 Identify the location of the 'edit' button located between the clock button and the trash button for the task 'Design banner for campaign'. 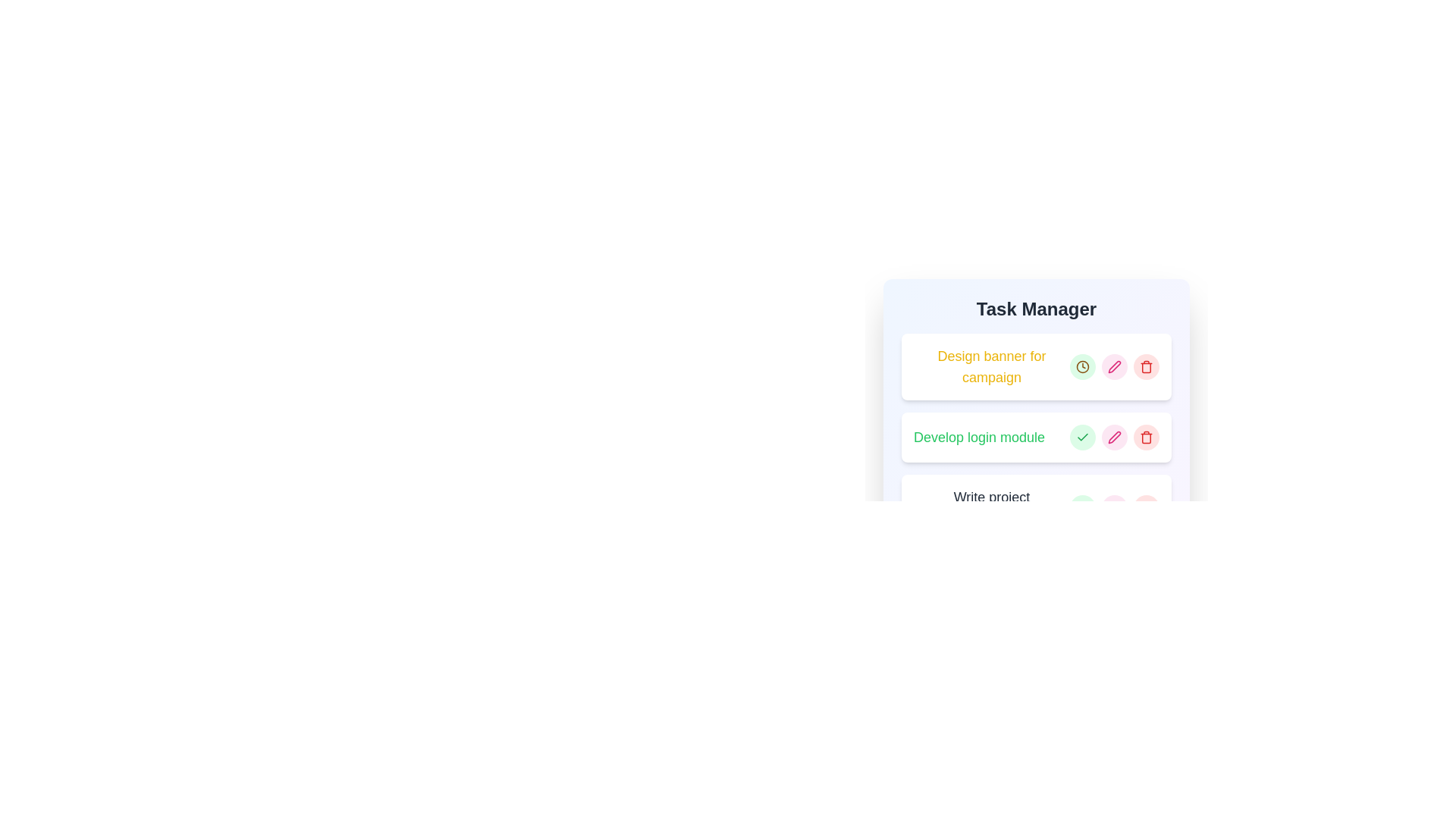
(1114, 366).